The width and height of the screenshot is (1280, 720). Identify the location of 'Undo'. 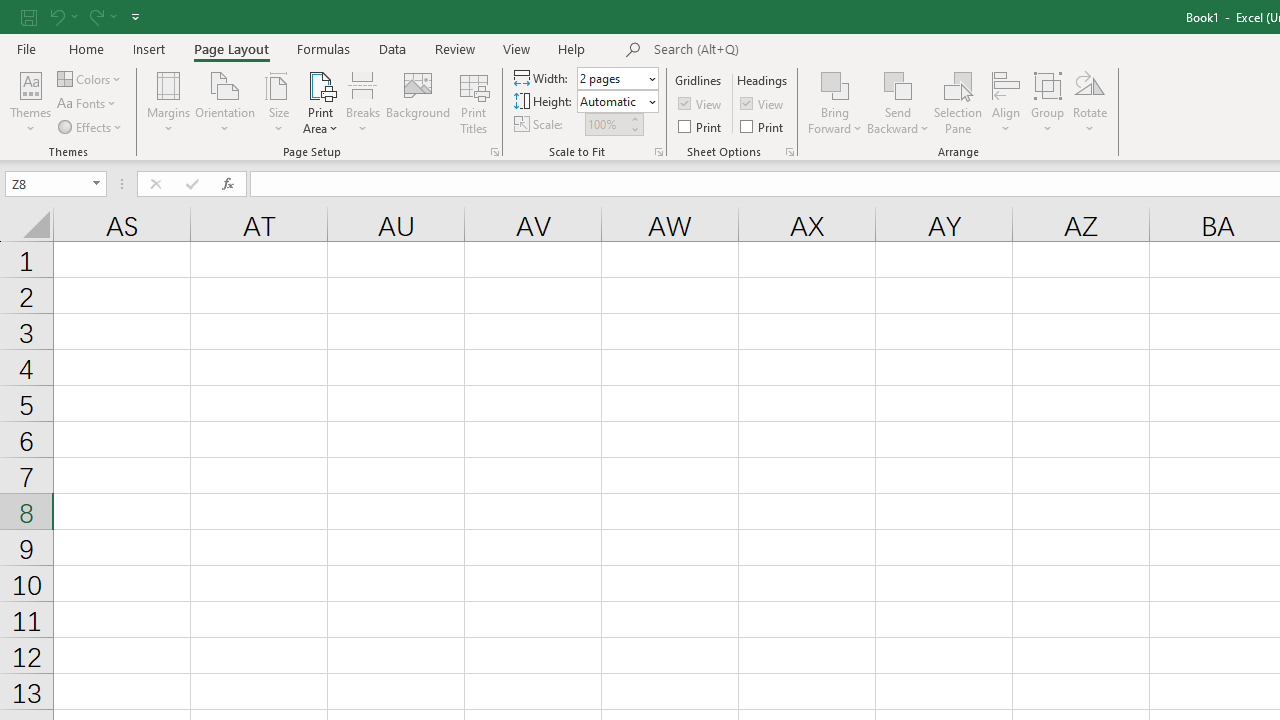
(56, 16).